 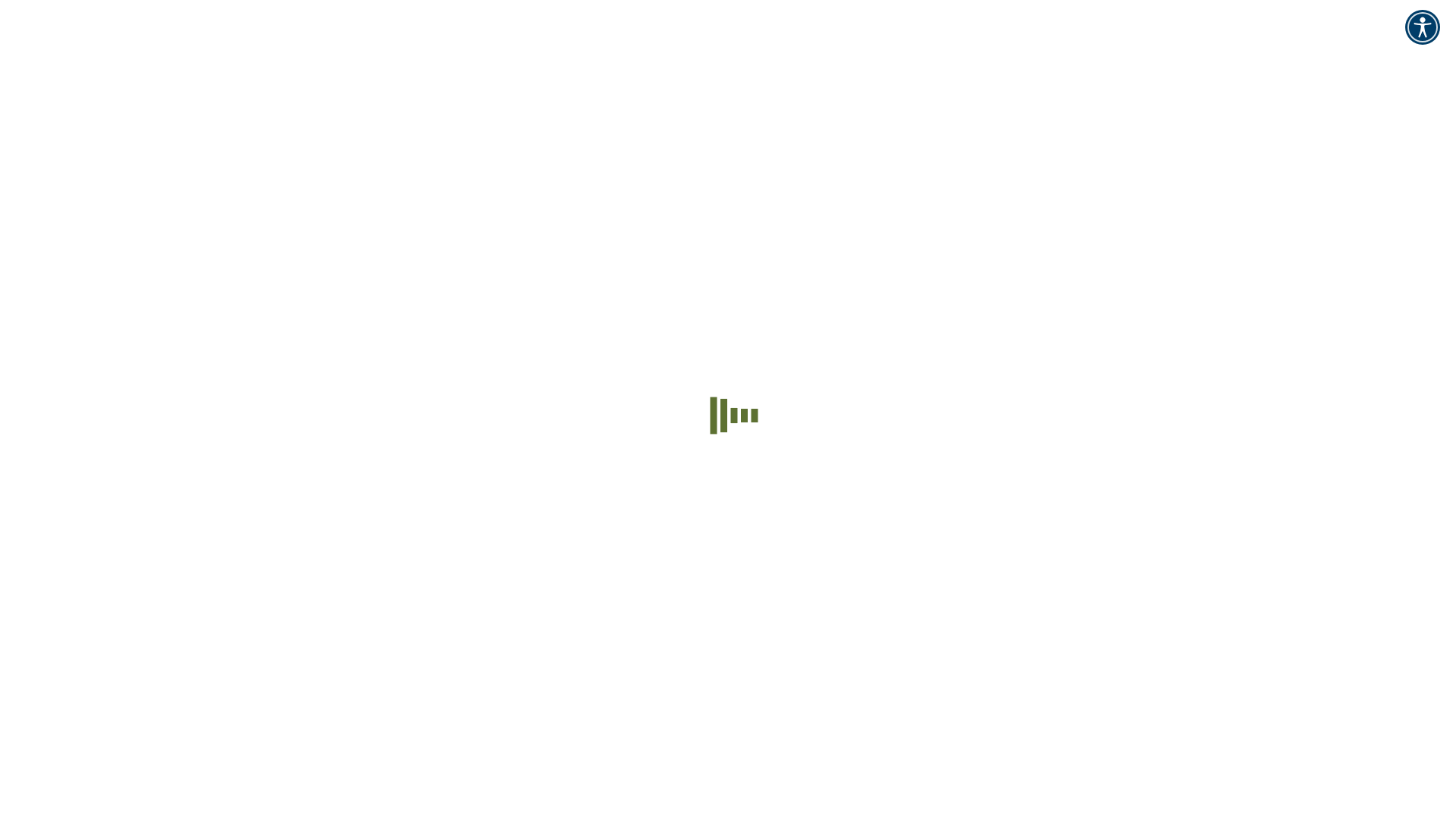 What do you see at coordinates (21, 654) in the screenshot?
I see `'Next (arrow right)'` at bounding box center [21, 654].